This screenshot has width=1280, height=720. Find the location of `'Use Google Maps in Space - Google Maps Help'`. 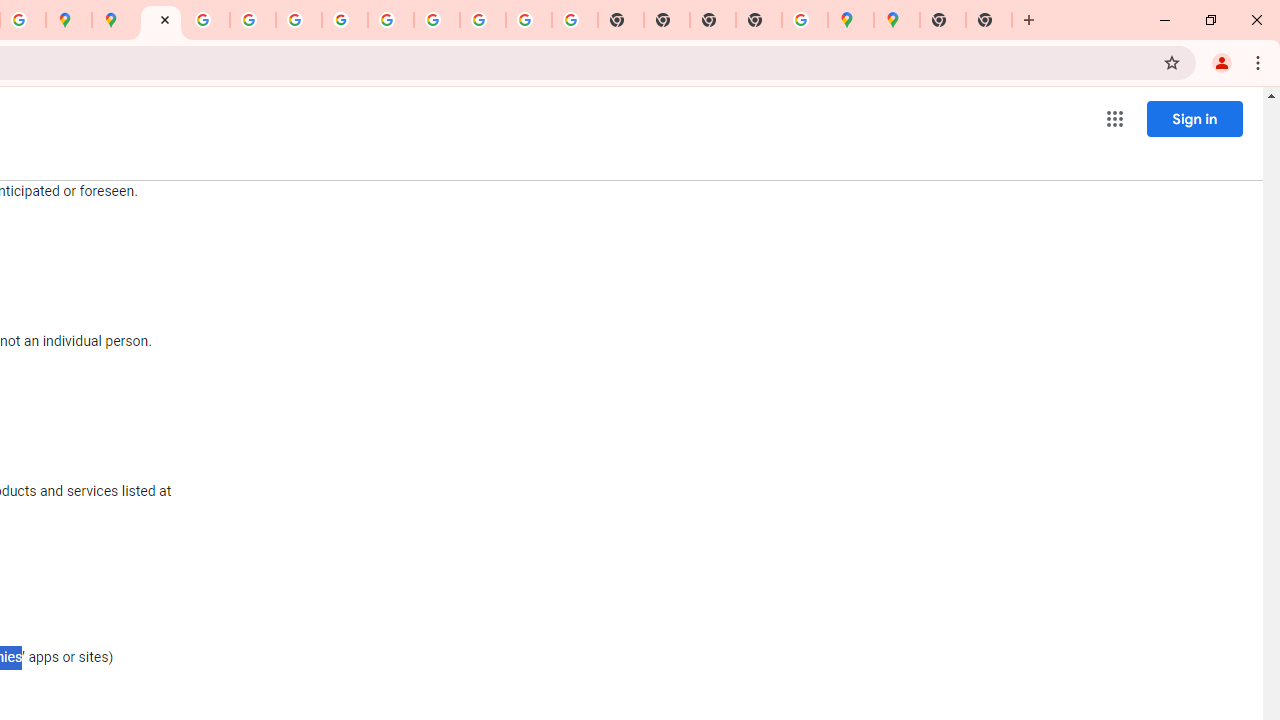

'Use Google Maps in Space - Google Maps Help' is located at coordinates (805, 20).